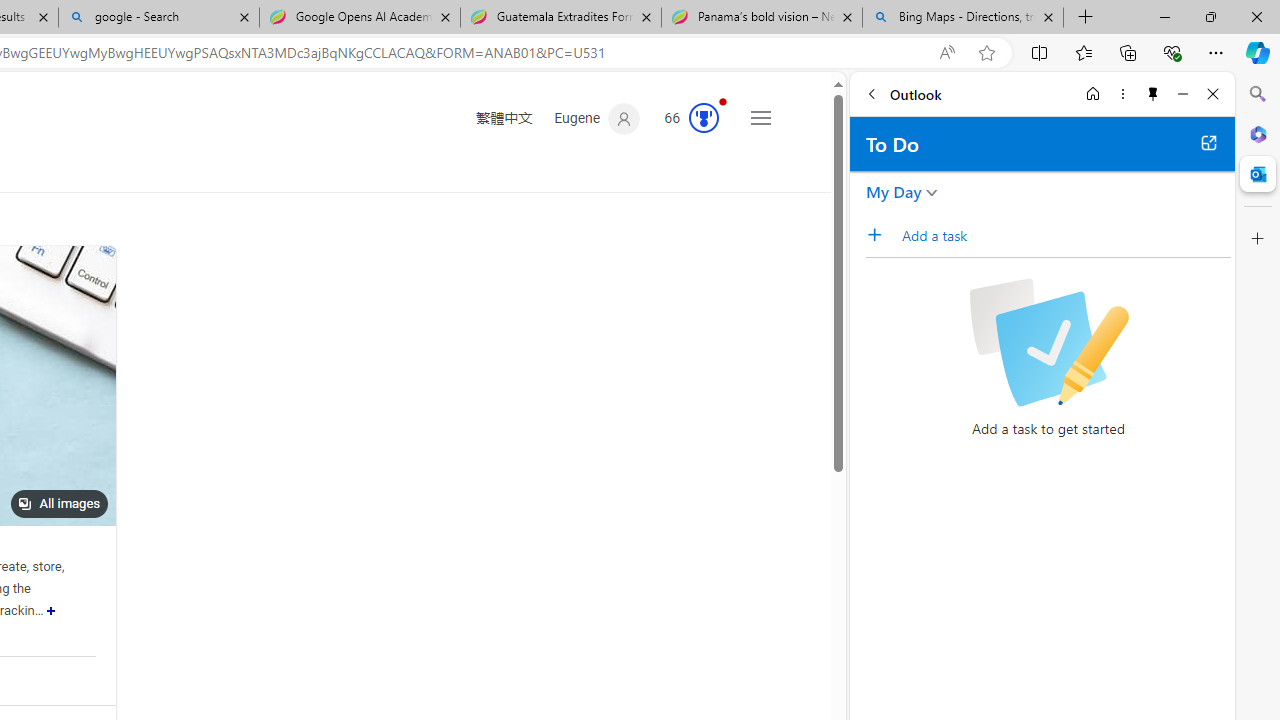  What do you see at coordinates (704, 118) in the screenshot?
I see `'AutomationID: serp_medal_svg'` at bounding box center [704, 118].